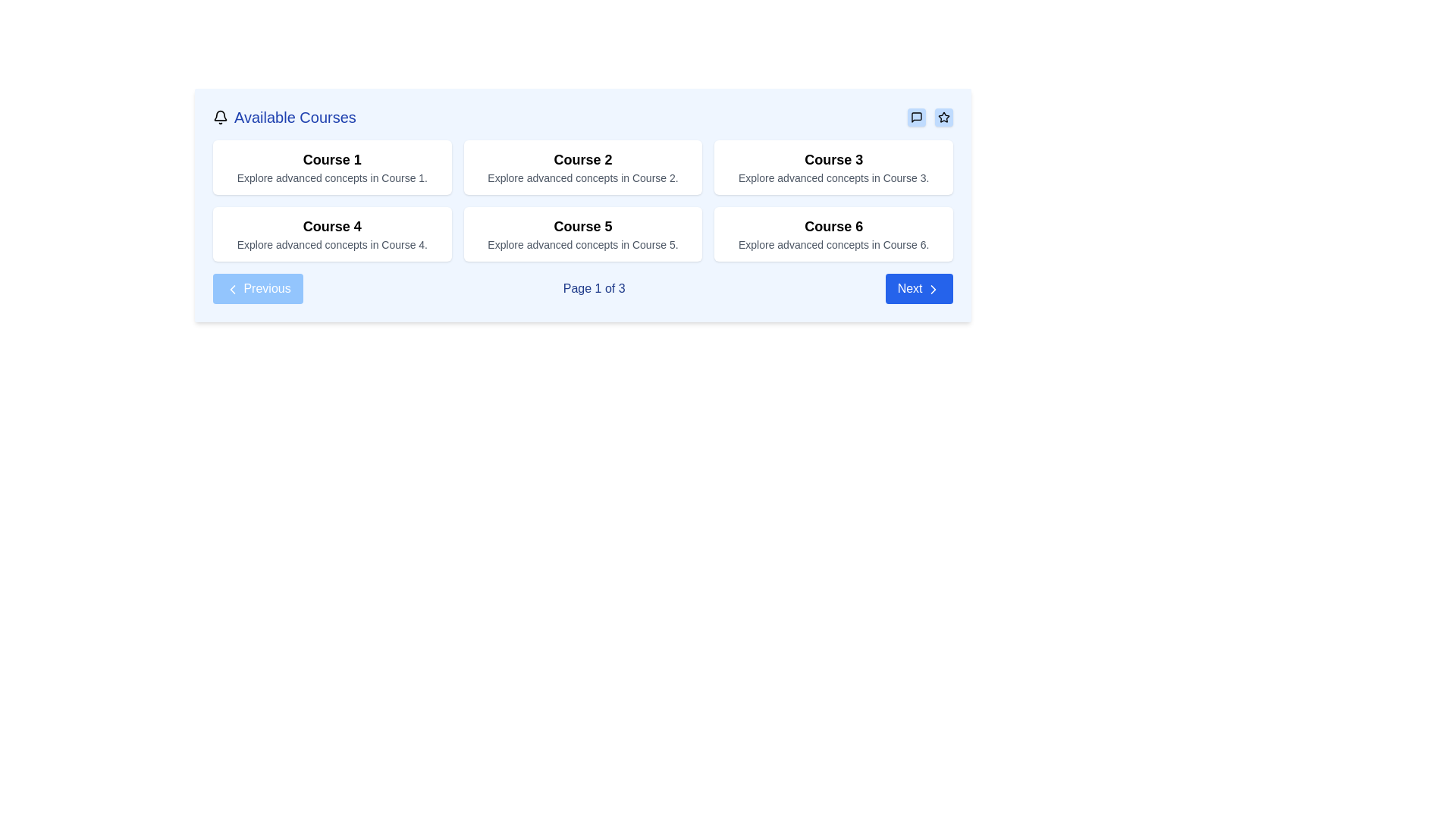 This screenshot has height=819, width=1456. What do you see at coordinates (582, 244) in the screenshot?
I see `descriptive text label located in the second row, second column of the grid layout, positioned below the title 'Course 5'` at bounding box center [582, 244].